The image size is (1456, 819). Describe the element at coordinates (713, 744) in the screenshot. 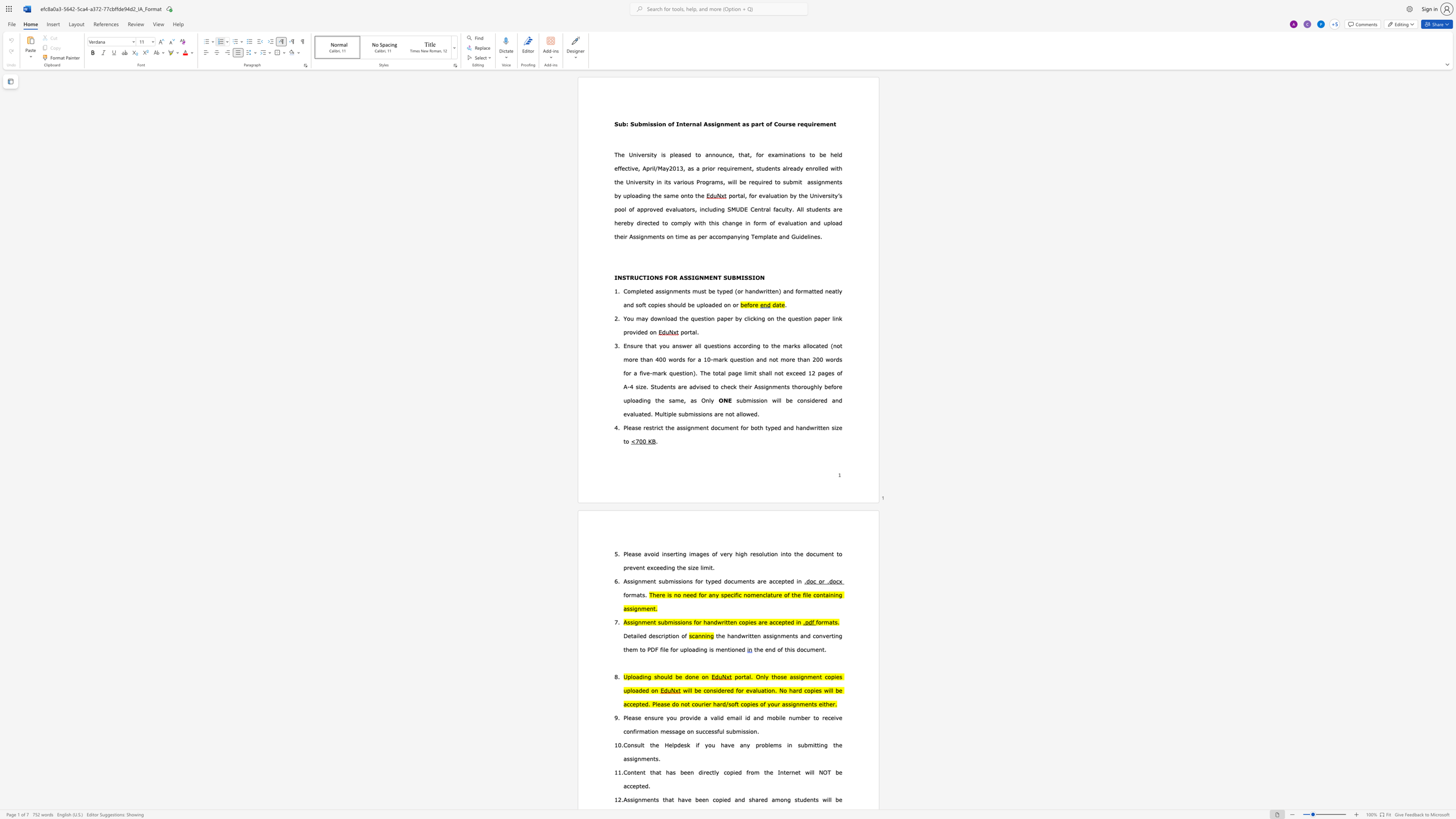

I see `the 2th character "u" in the text` at that location.